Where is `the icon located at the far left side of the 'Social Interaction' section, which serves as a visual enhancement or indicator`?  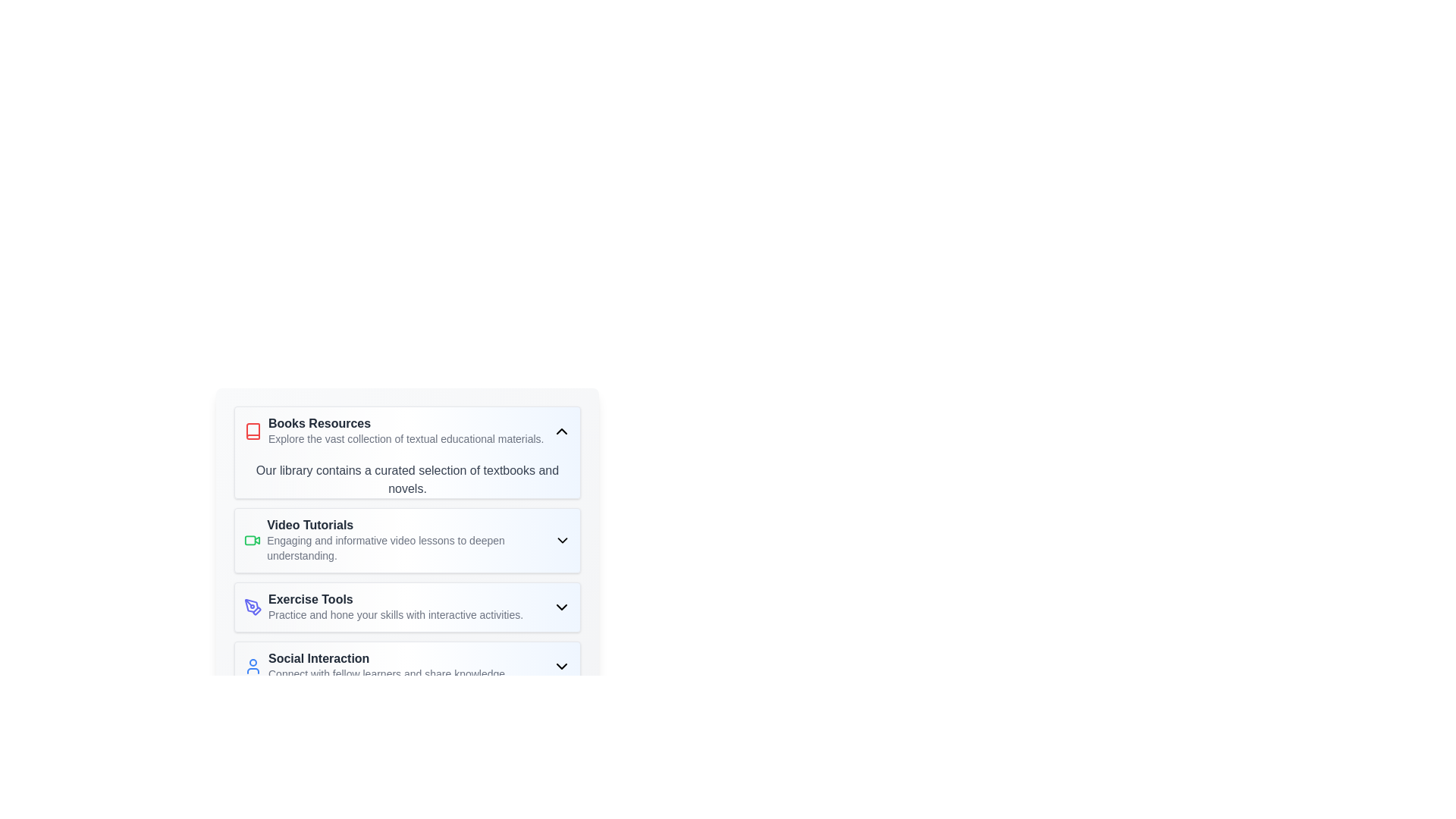 the icon located at the far left side of the 'Social Interaction' section, which serves as a visual enhancement or indicator is located at coordinates (253, 666).